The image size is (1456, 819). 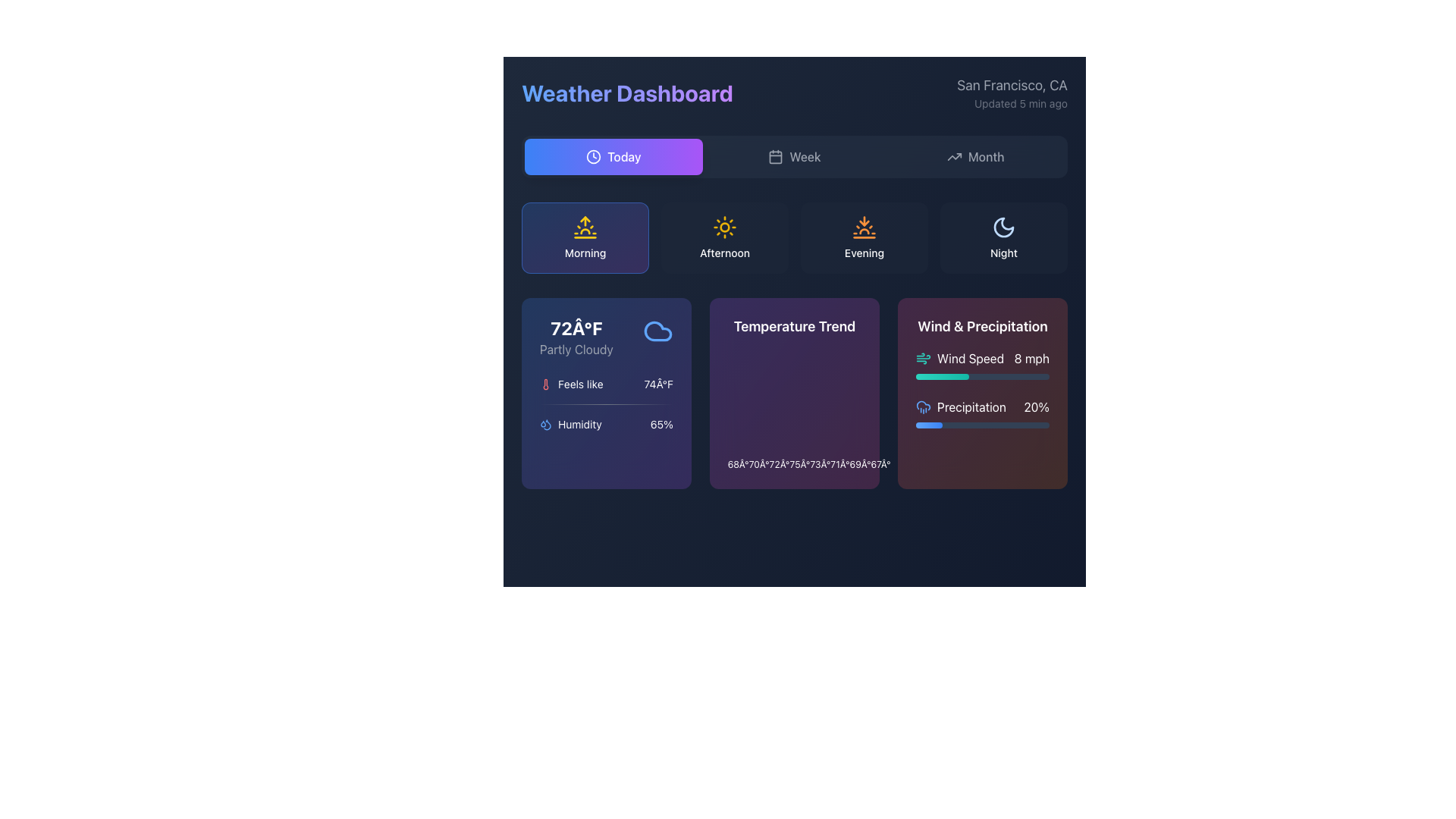 I want to click on the text label reading 'Precipitation' which is styled in white font against a dark background, located in the 'Wind & Precipitation' card near a blue progress bar, so click(x=971, y=406).